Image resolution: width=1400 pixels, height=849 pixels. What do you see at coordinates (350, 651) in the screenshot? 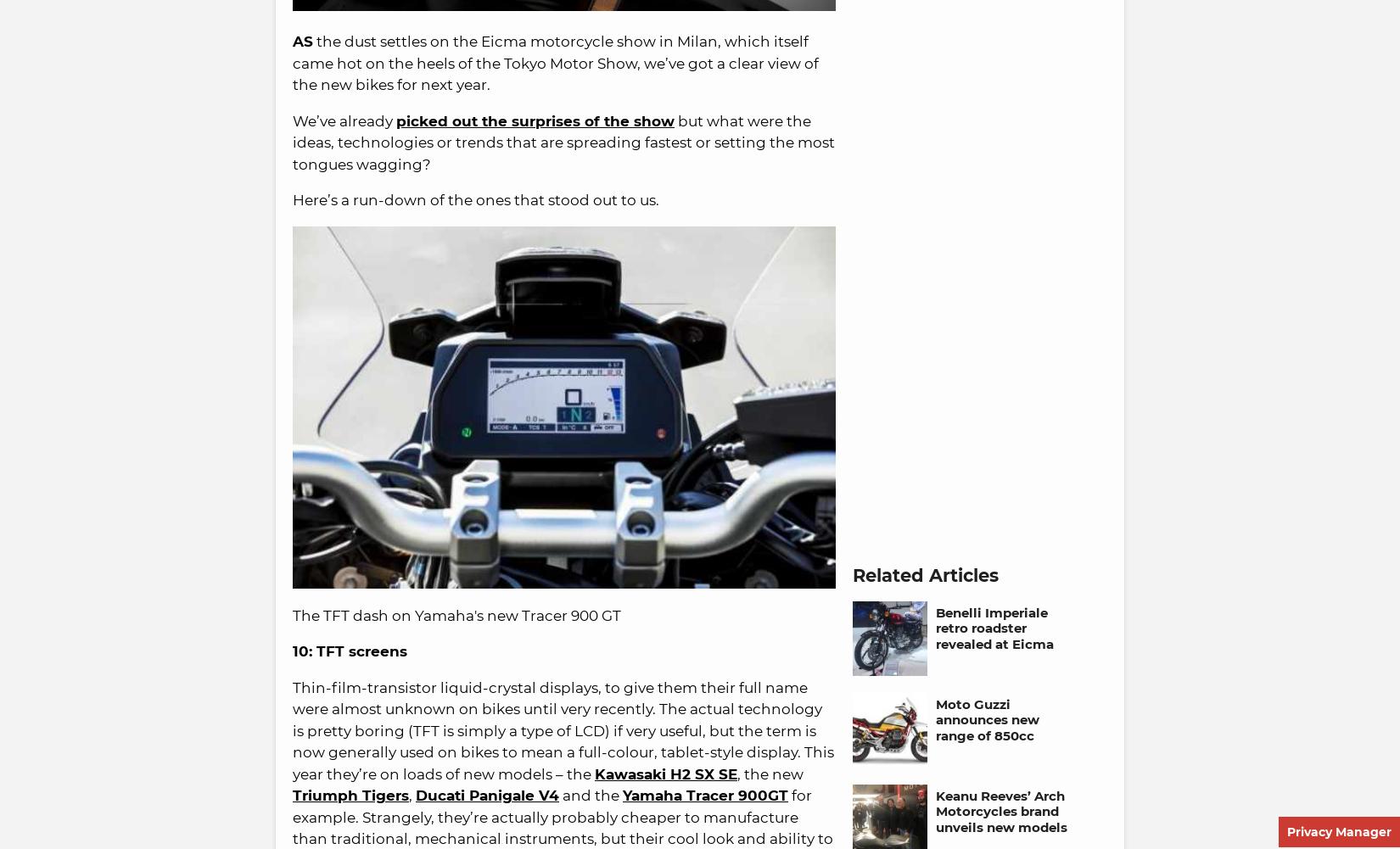
I see `'10: TFT screens'` at bounding box center [350, 651].